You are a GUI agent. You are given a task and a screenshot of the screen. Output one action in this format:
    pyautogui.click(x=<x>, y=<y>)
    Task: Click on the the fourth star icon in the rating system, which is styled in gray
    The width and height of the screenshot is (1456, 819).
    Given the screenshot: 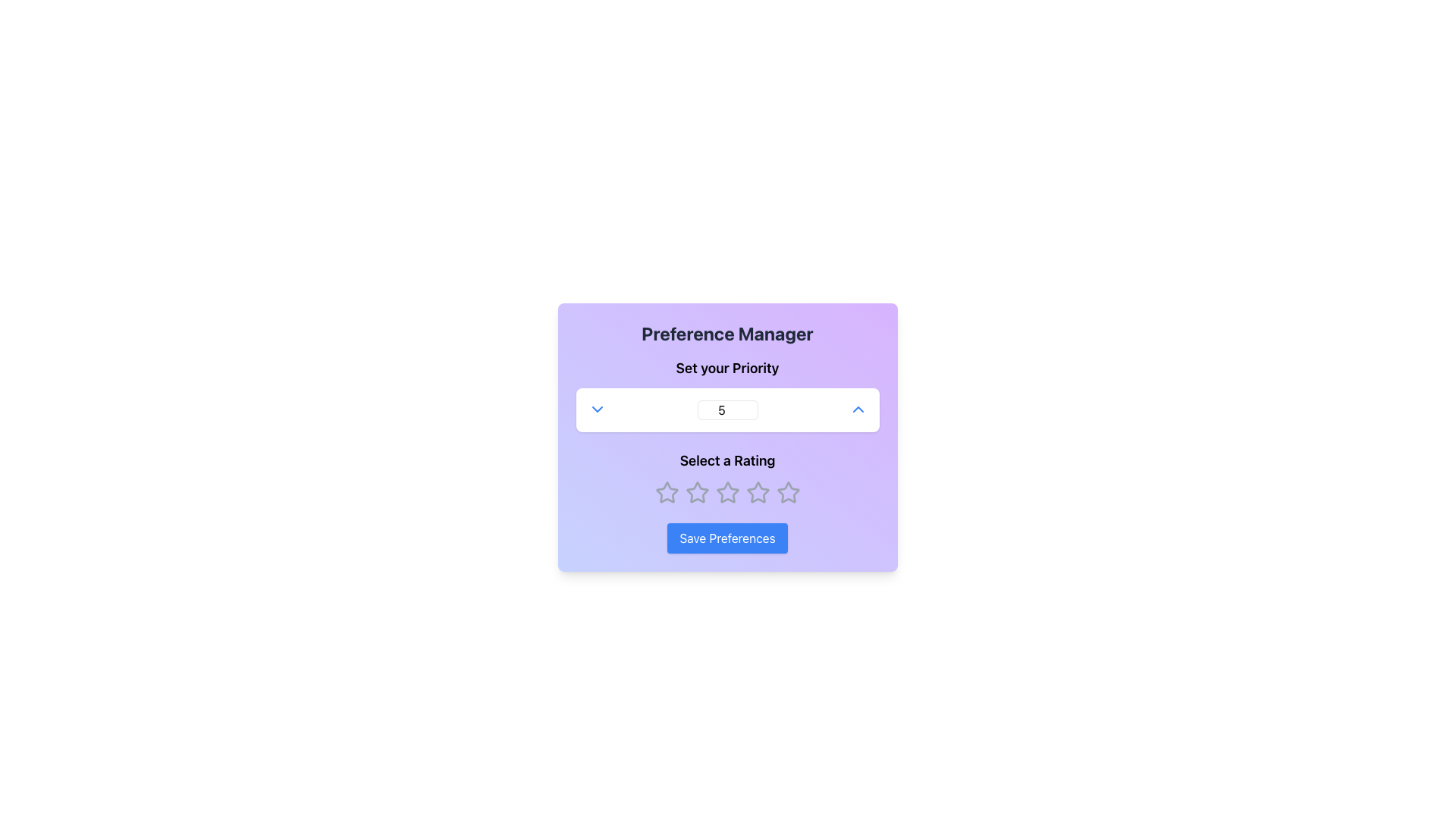 What is the action you would take?
    pyautogui.click(x=758, y=492)
    